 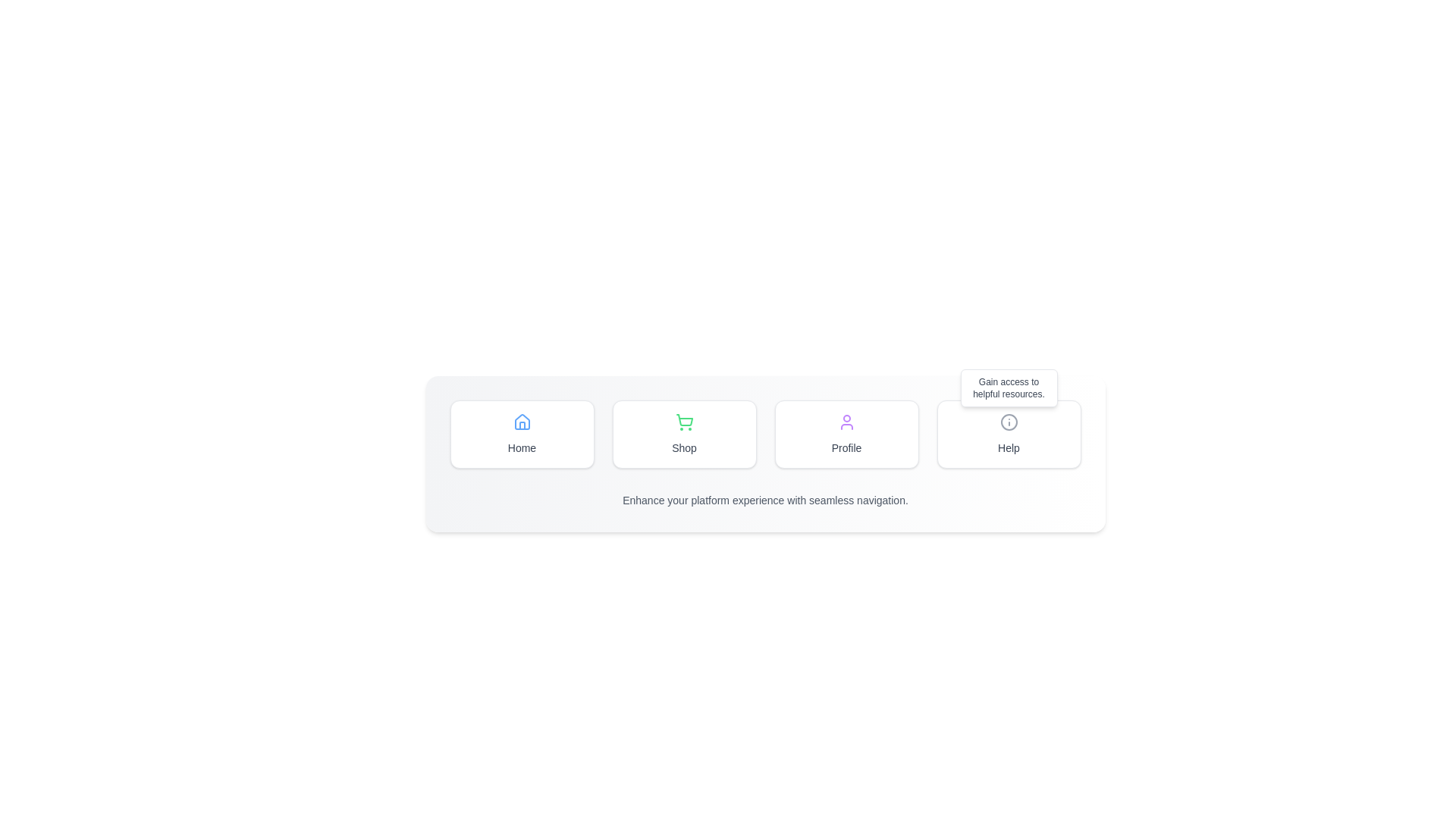 What do you see at coordinates (765, 453) in the screenshot?
I see `the 'Shop' button in the navigation bar` at bounding box center [765, 453].